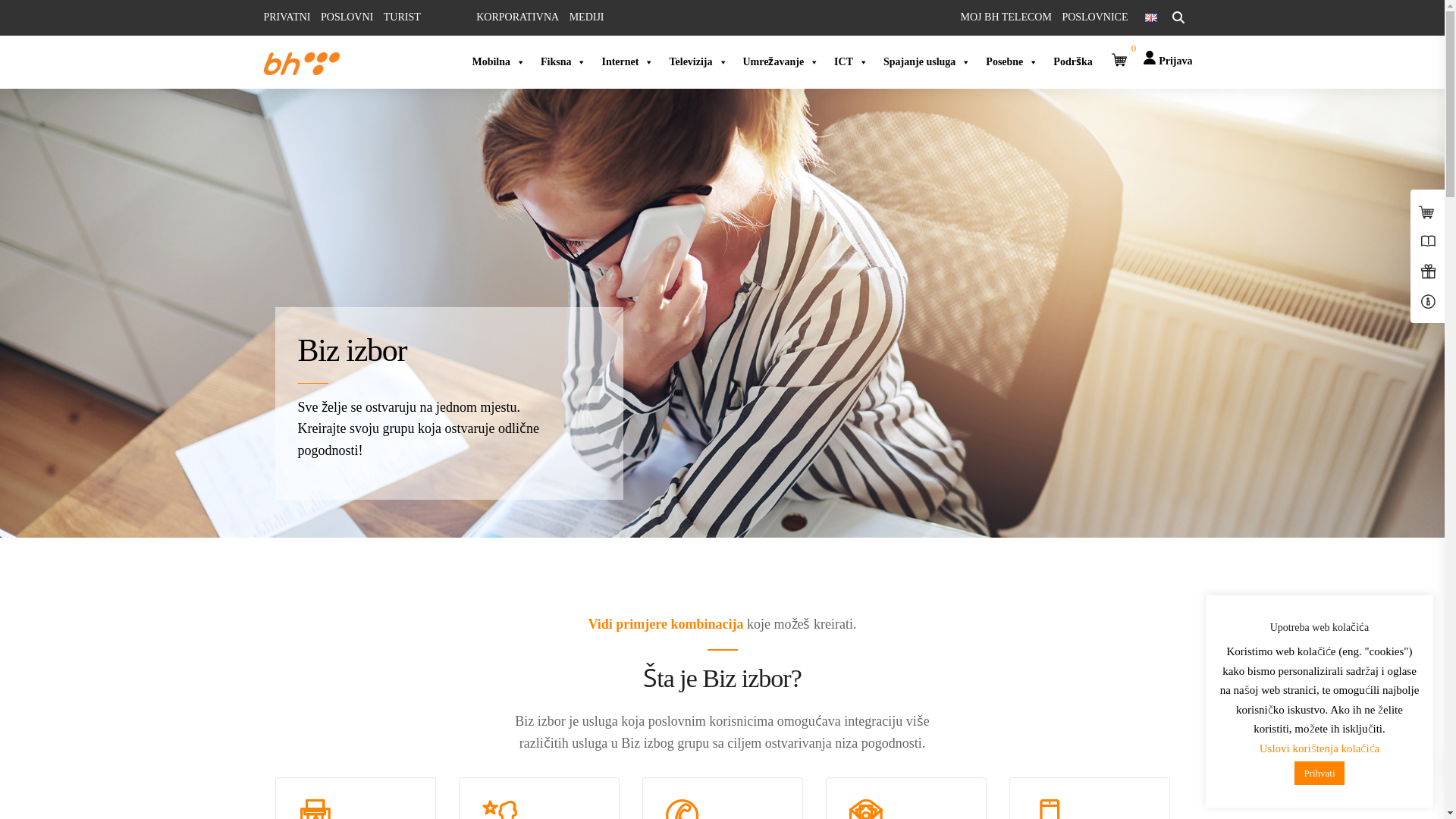 The height and width of the screenshot is (819, 1456). What do you see at coordinates (287, 17) in the screenshot?
I see `'PRIVATNI'` at bounding box center [287, 17].